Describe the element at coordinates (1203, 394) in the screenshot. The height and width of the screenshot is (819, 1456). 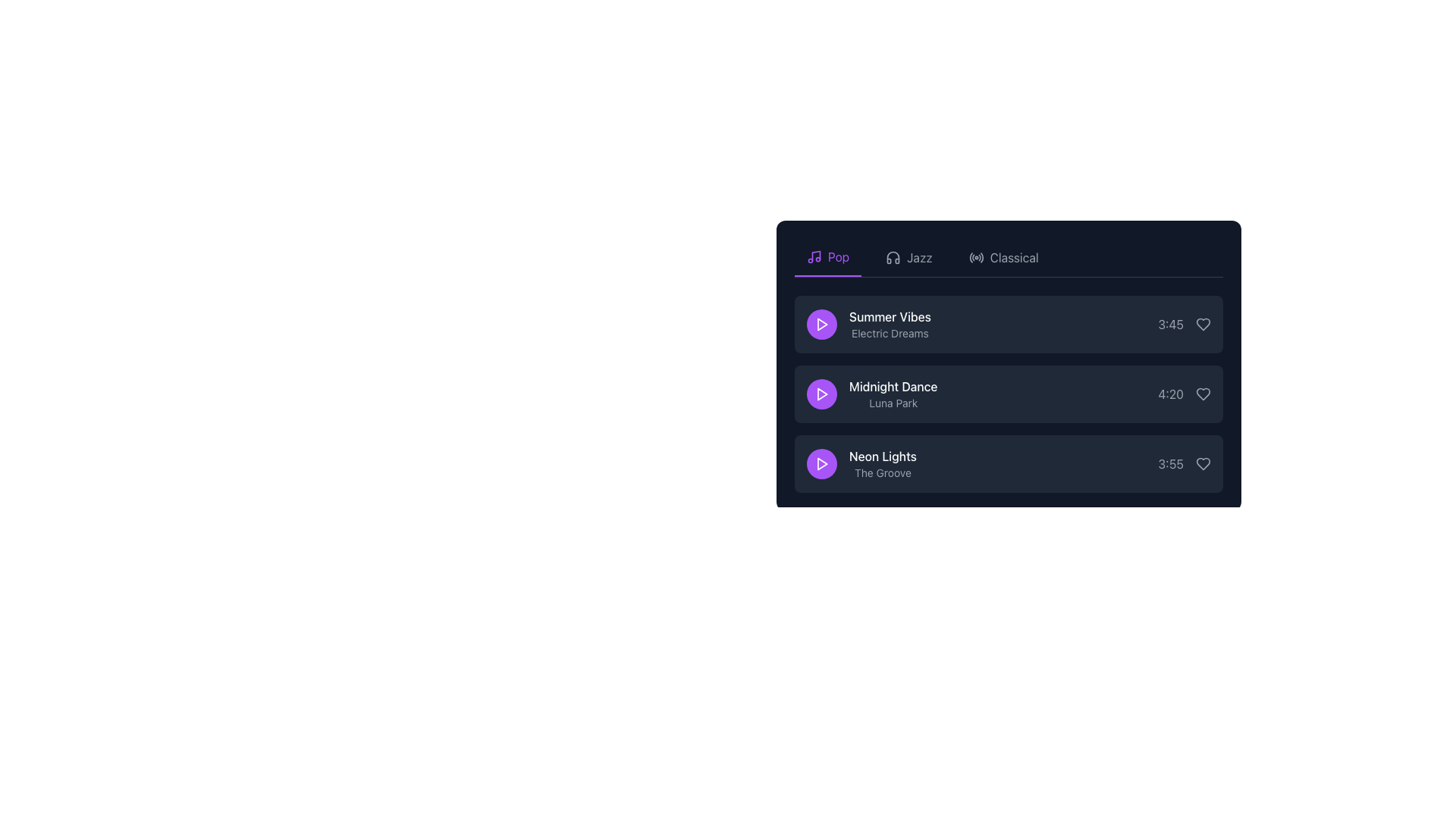
I see `the heart icon button to mark the item 'Midnight Dance' as favorite` at that location.